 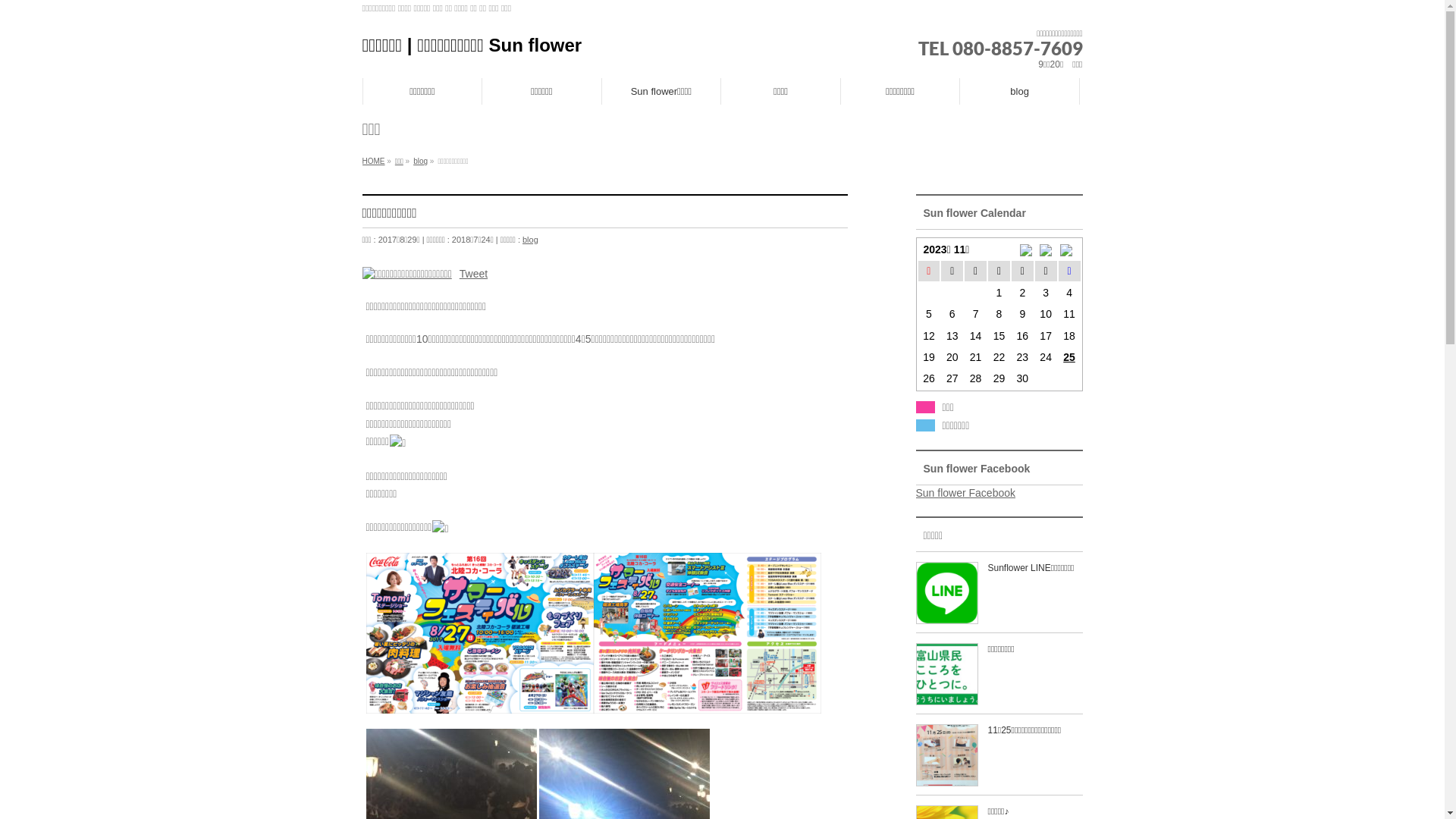 What do you see at coordinates (1019, 90) in the screenshot?
I see `'blog'` at bounding box center [1019, 90].